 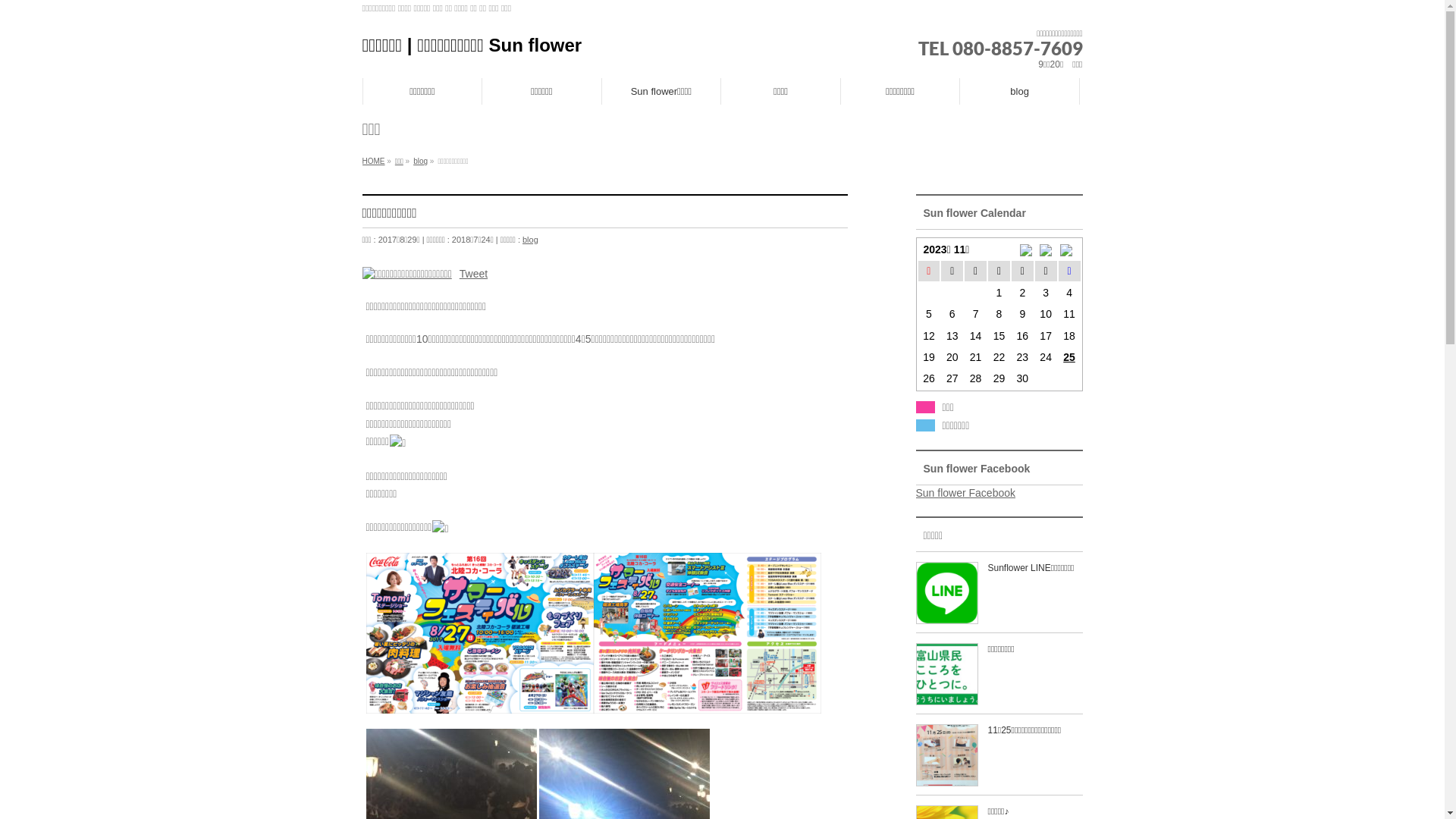 What do you see at coordinates (1019, 90) in the screenshot?
I see `'blog'` at bounding box center [1019, 90].